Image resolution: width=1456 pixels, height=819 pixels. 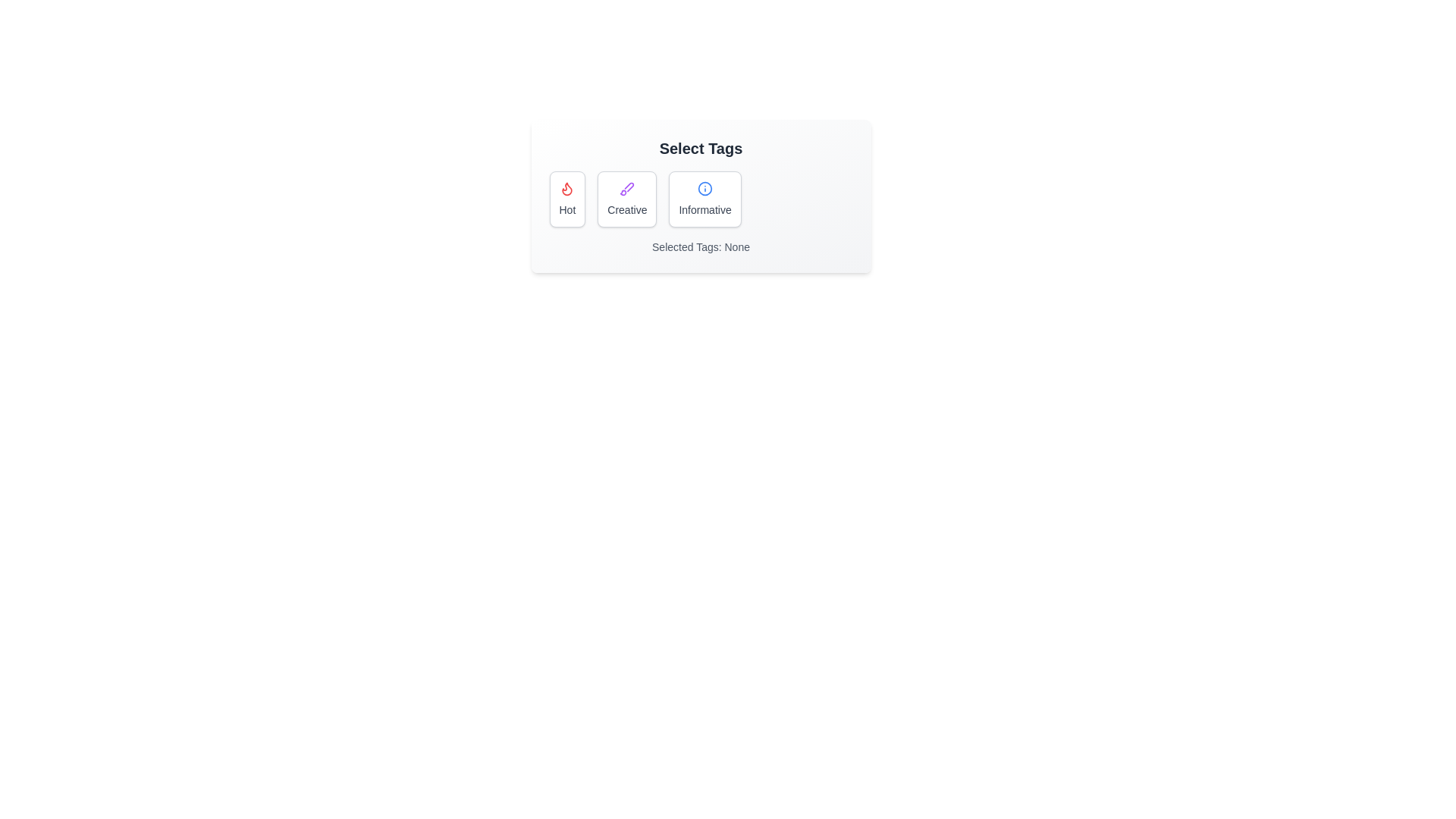 I want to click on the tag Hot to preview its selection effect, so click(x=566, y=198).